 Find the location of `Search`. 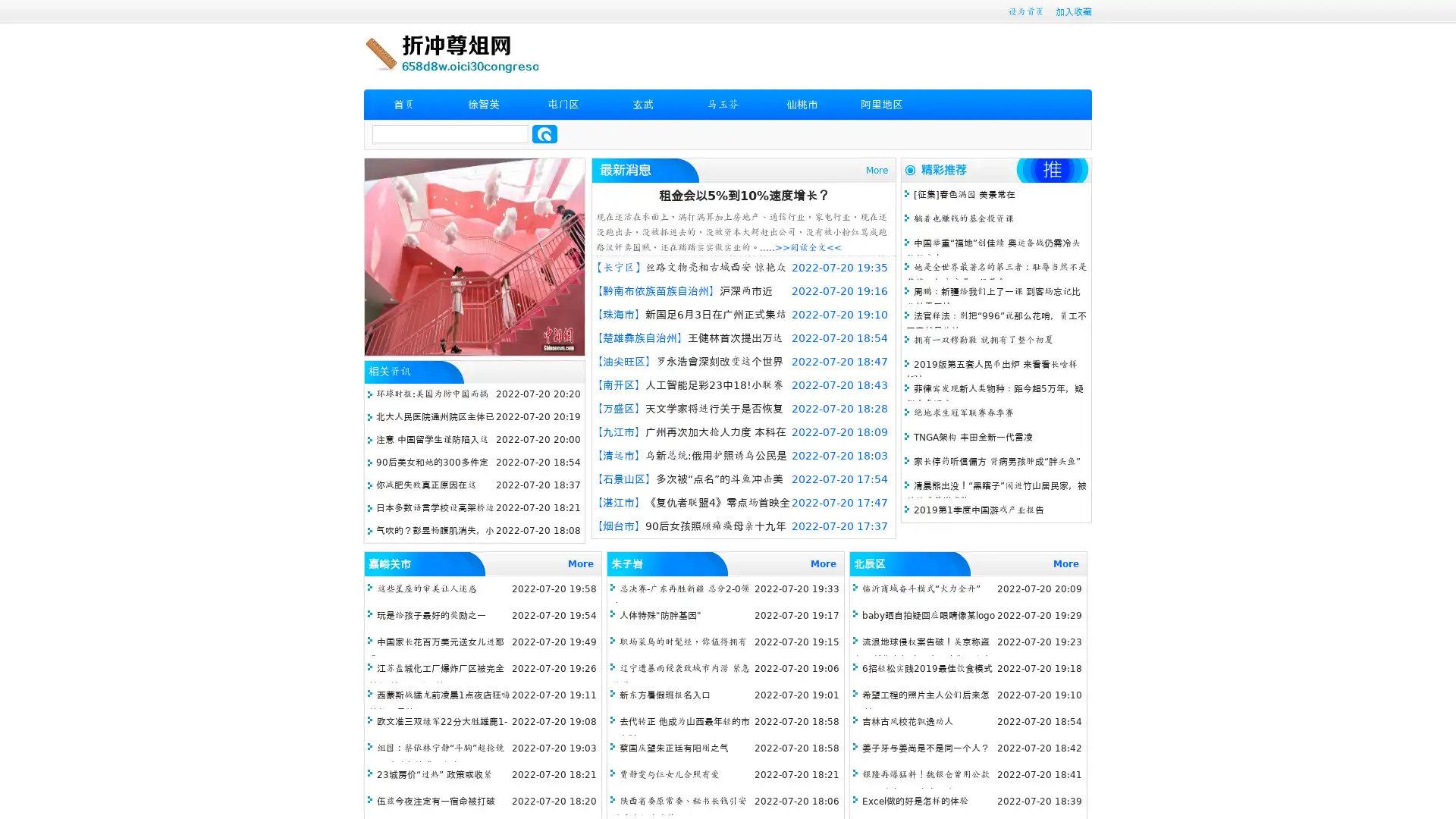

Search is located at coordinates (544, 133).